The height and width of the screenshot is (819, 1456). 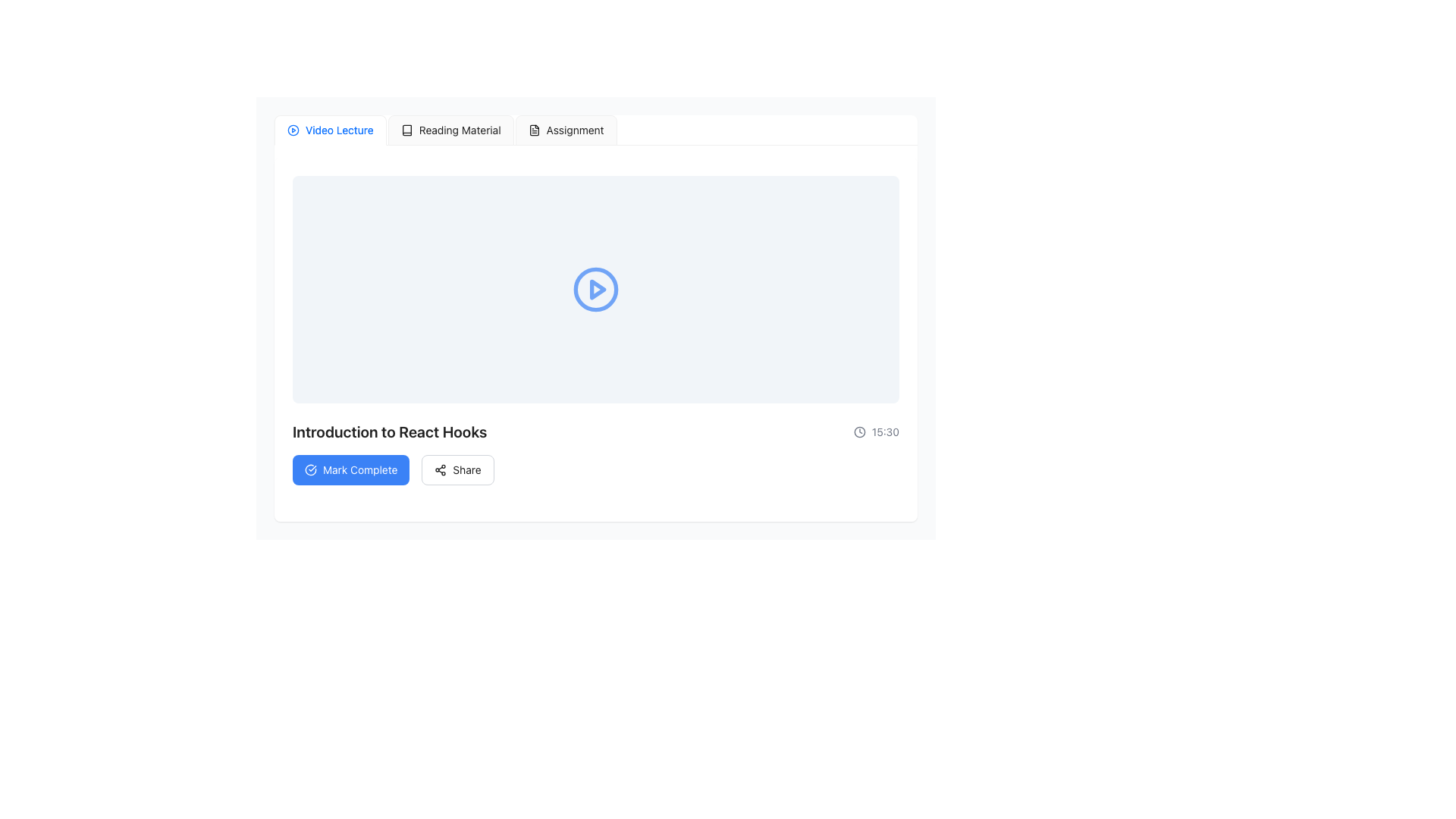 I want to click on the icon shaped like a three-node molecular model within the 'Share' button, located below the video description, so click(x=440, y=469).